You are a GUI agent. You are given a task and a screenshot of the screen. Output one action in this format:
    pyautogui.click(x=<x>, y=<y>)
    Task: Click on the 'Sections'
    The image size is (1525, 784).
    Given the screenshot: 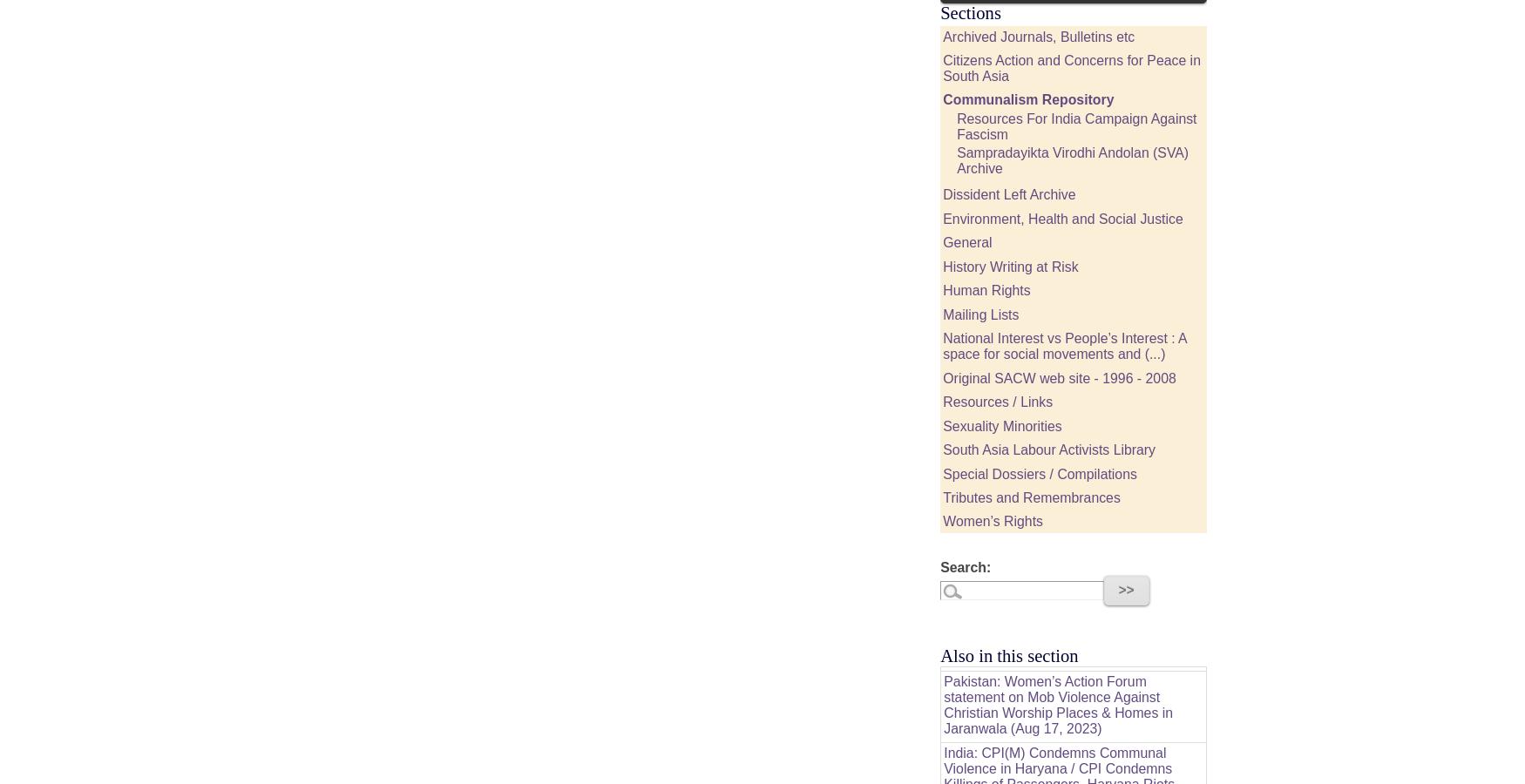 What is the action you would take?
    pyautogui.click(x=970, y=12)
    